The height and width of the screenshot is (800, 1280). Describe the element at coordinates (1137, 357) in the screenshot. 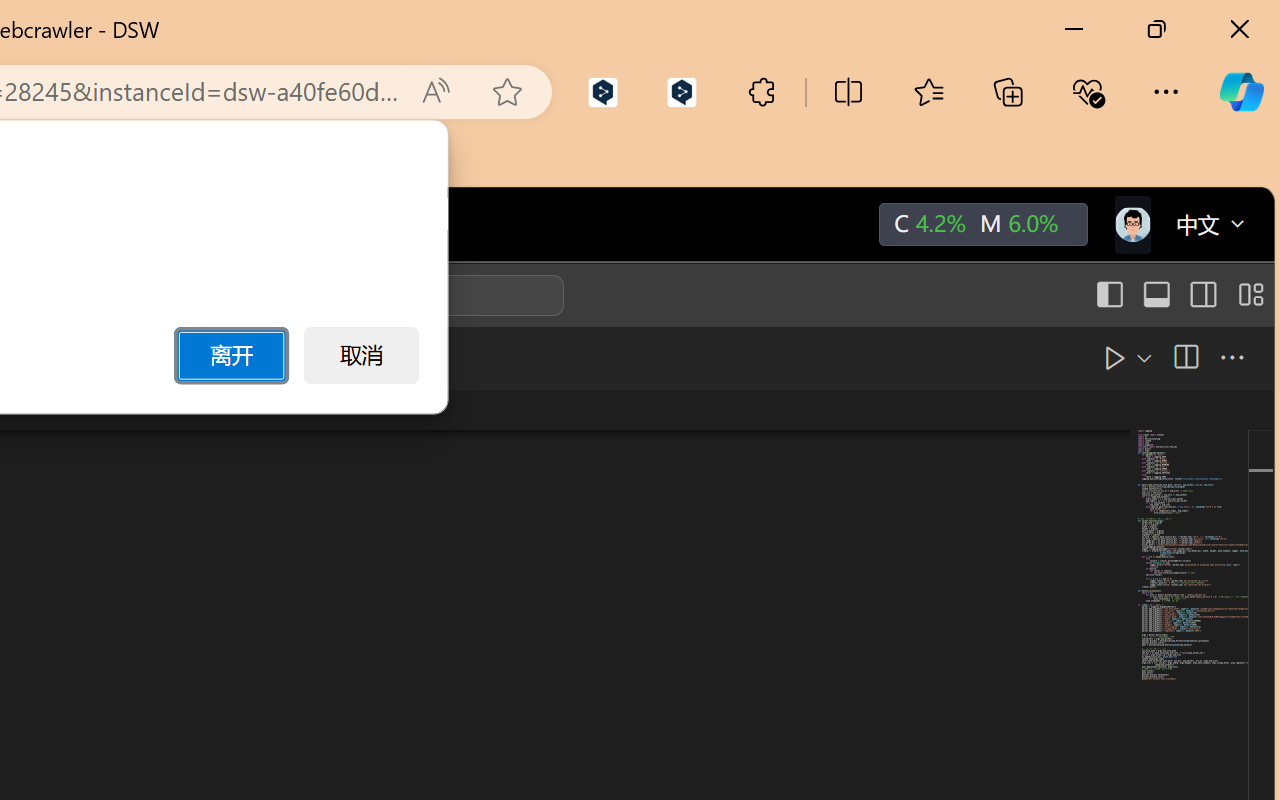

I see `'Open Changes'` at that location.